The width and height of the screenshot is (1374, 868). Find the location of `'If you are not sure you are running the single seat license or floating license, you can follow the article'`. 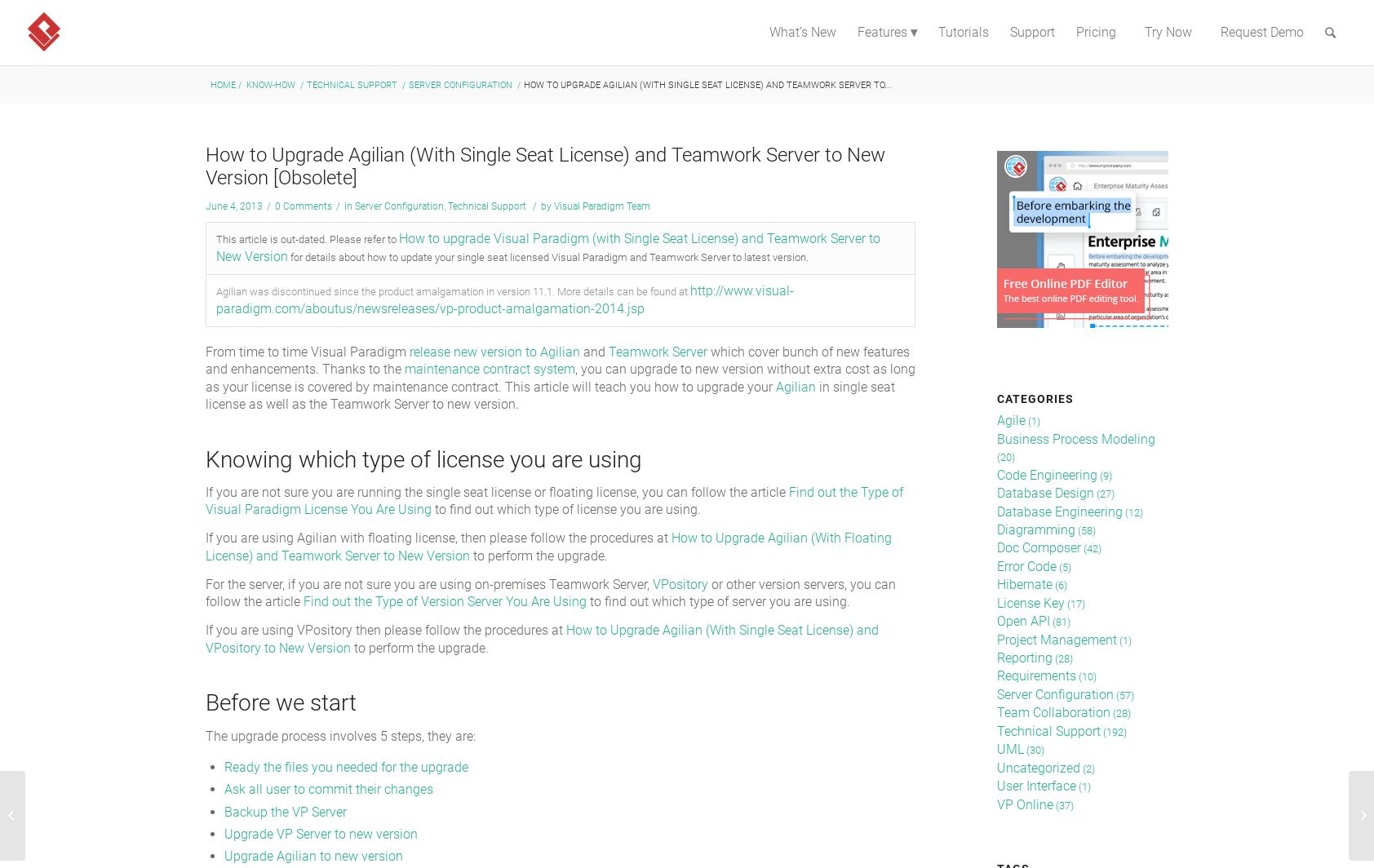

'If you are not sure you are running the single seat license or floating license, you can follow the article' is located at coordinates (496, 491).